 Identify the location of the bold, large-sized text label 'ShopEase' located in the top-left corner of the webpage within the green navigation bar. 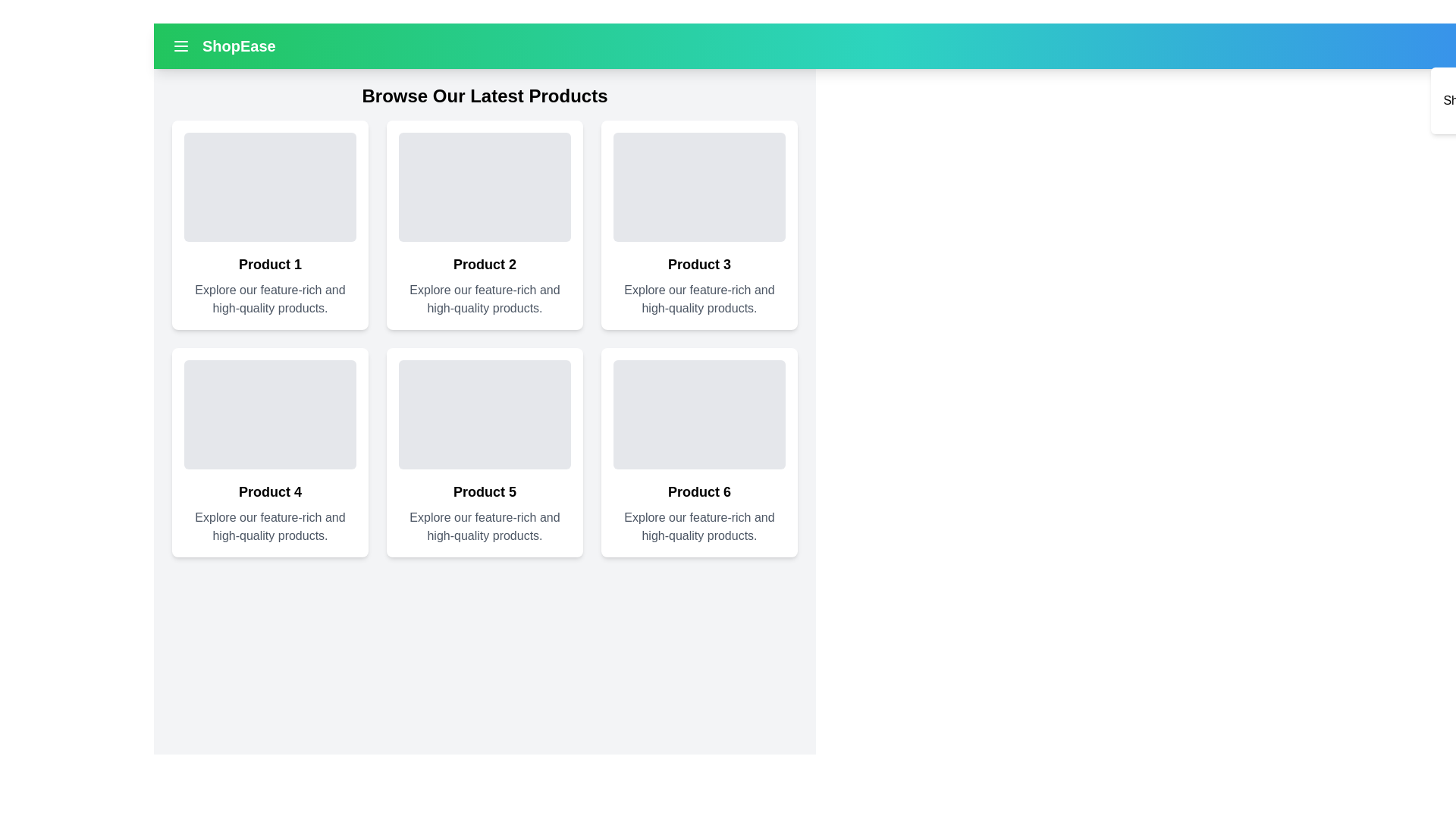
(238, 45).